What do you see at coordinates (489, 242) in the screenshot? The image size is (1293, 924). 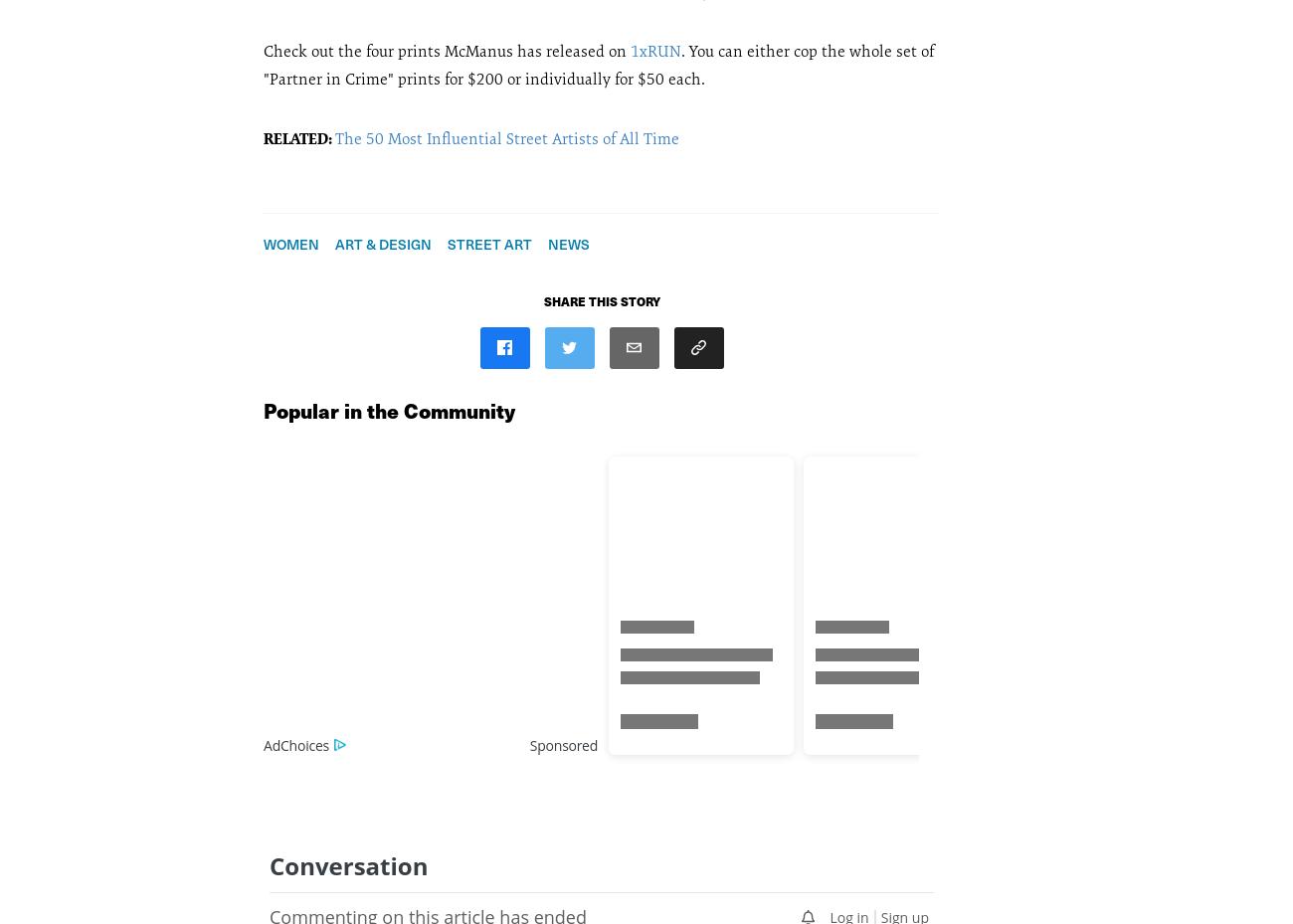 I see `'Street Art'` at bounding box center [489, 242].